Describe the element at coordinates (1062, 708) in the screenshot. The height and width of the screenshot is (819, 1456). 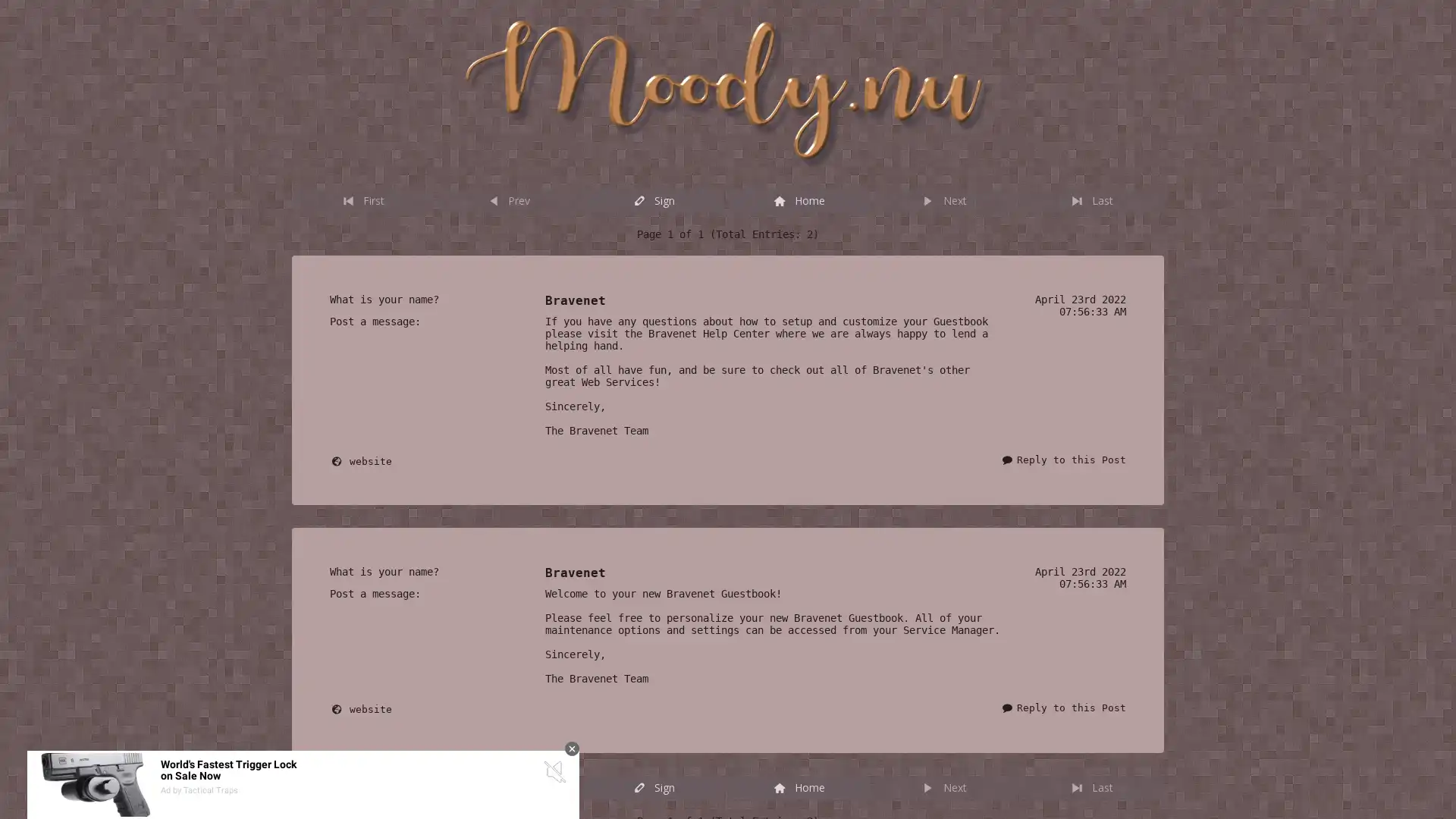
I see `Reply to this Post` at that location.